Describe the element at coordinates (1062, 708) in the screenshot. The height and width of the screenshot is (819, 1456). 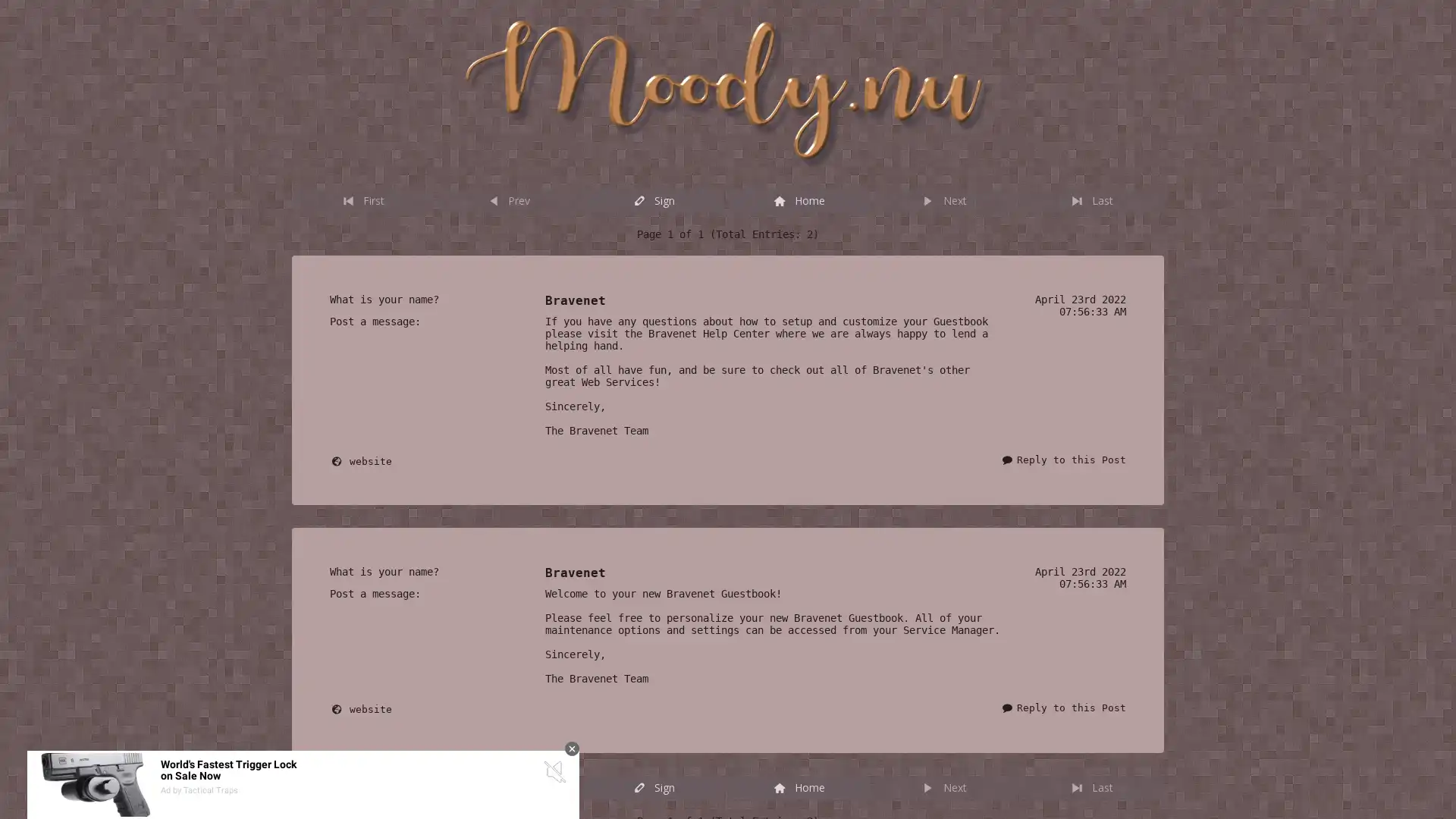
I see `Reply to this Post` at that location.